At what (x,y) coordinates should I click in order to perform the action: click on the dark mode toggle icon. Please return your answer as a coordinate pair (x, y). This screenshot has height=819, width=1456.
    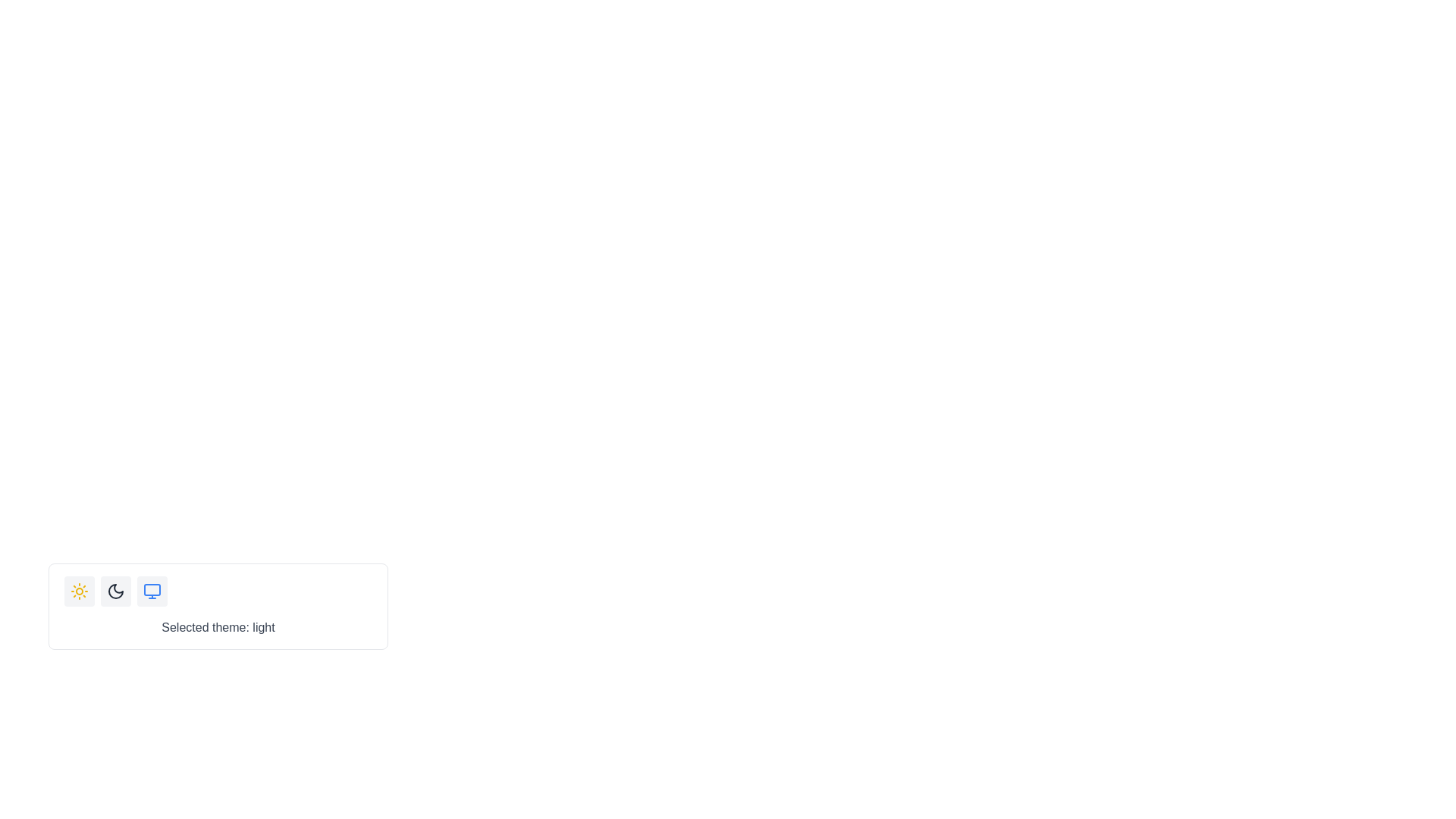
    Looking at the image, I should click on (115, 590).